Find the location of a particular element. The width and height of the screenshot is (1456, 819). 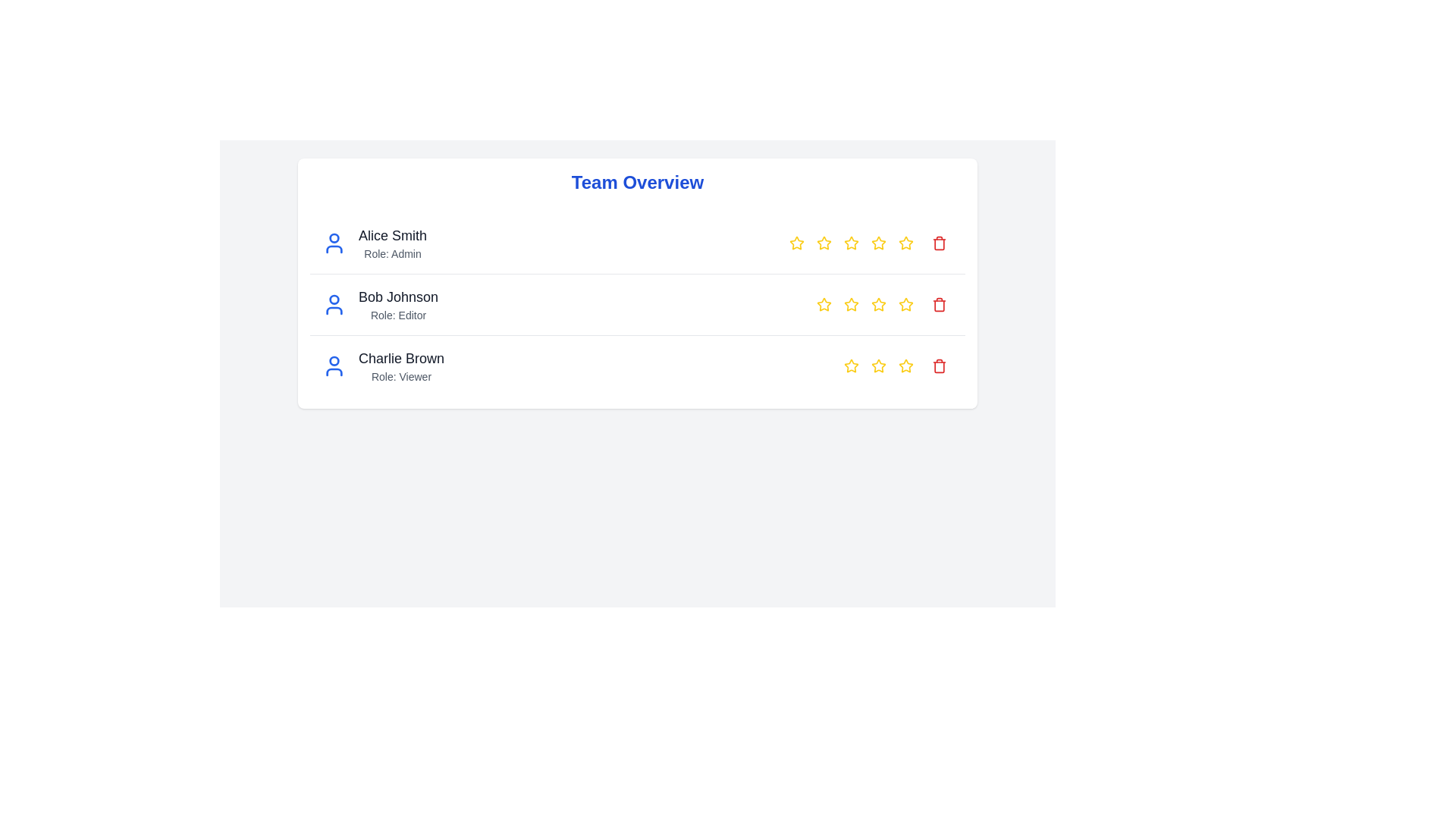

the trash can button icon, which is the rightmost element in the first row of the user list under 'Team Overview', corresponding to 'Alice Smith' is located at coordinates (938, 242).